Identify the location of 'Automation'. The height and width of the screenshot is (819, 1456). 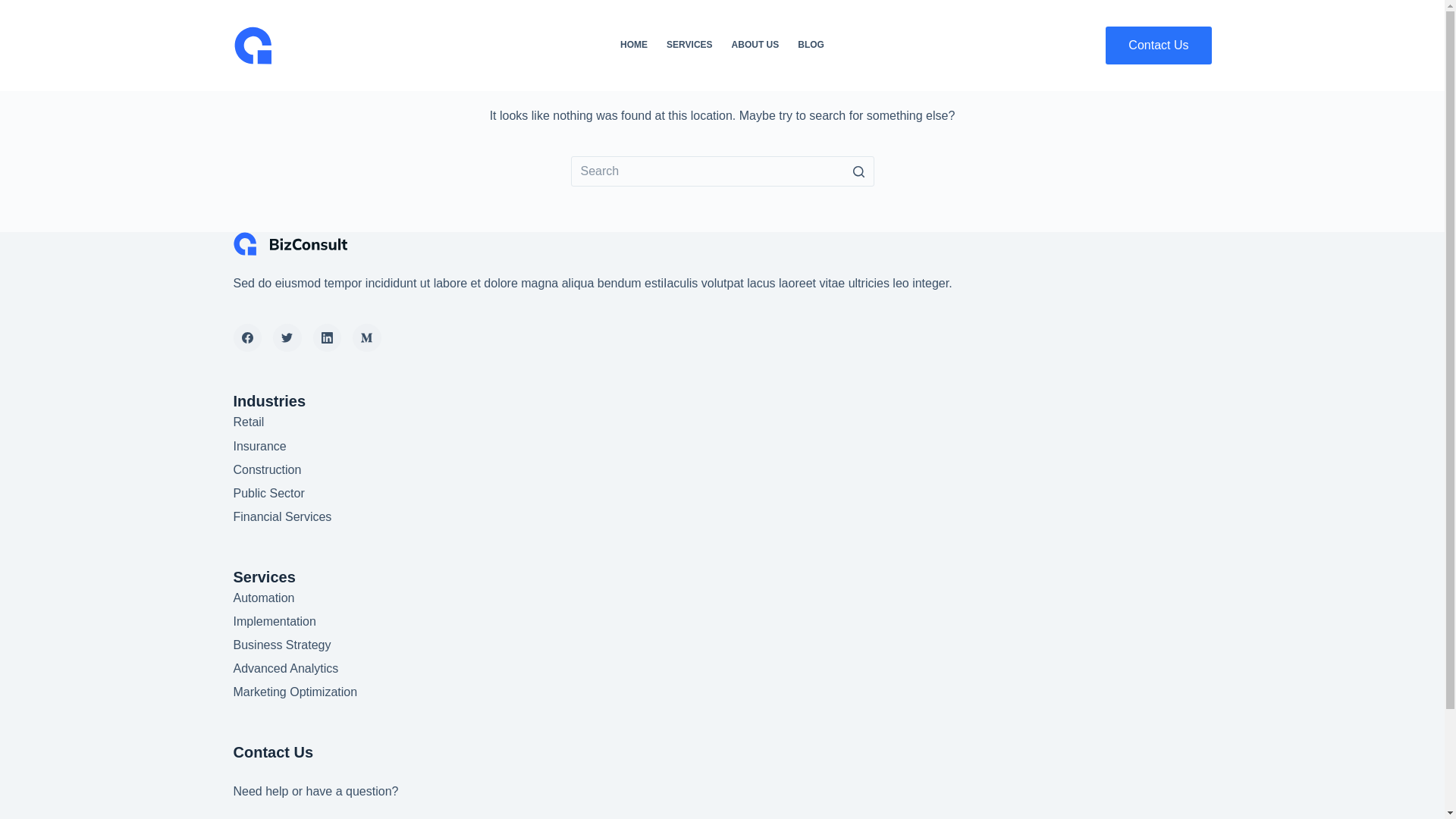
(264, 597).